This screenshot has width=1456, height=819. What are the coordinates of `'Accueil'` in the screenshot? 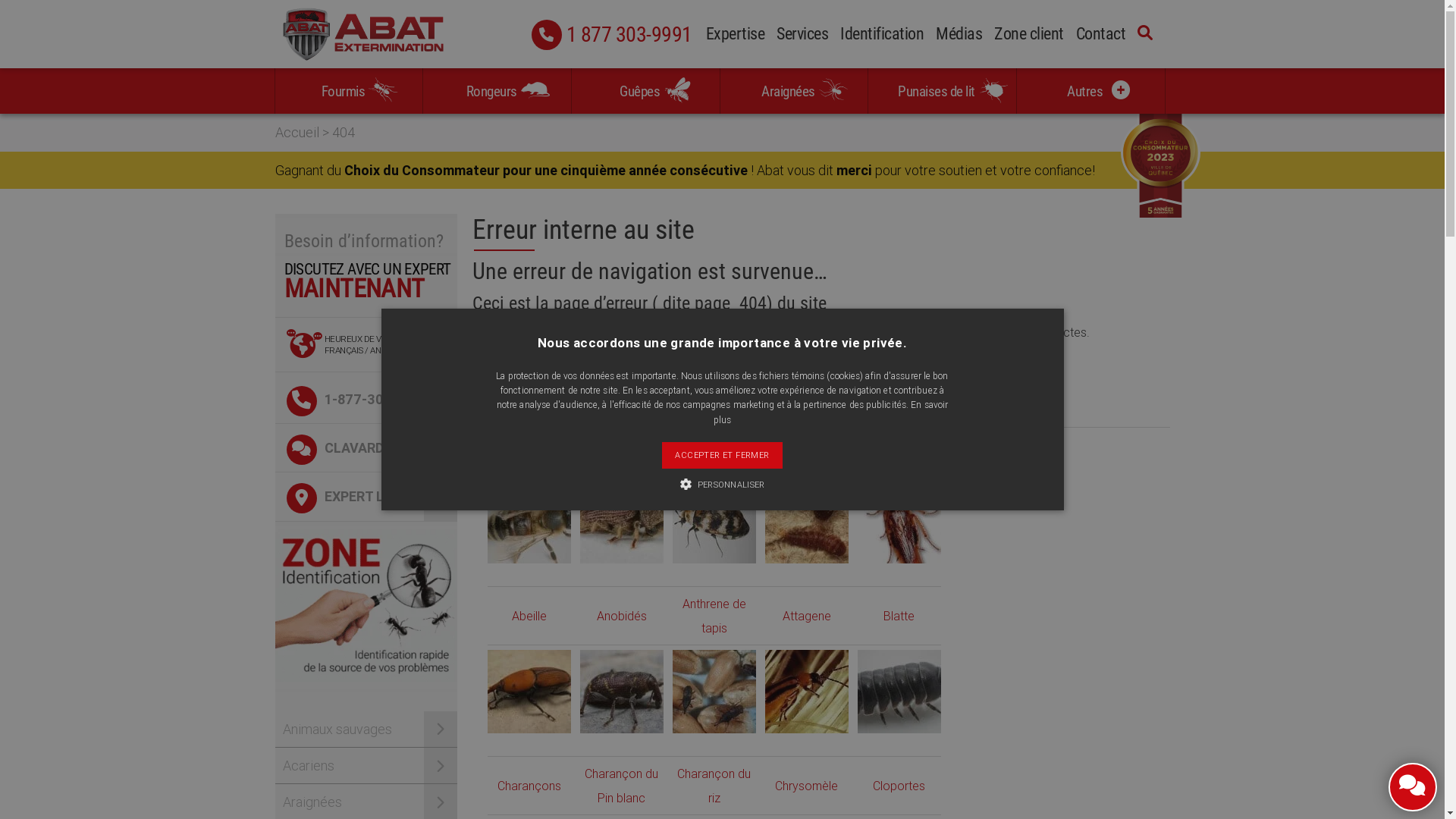 It's located at (296, 131).